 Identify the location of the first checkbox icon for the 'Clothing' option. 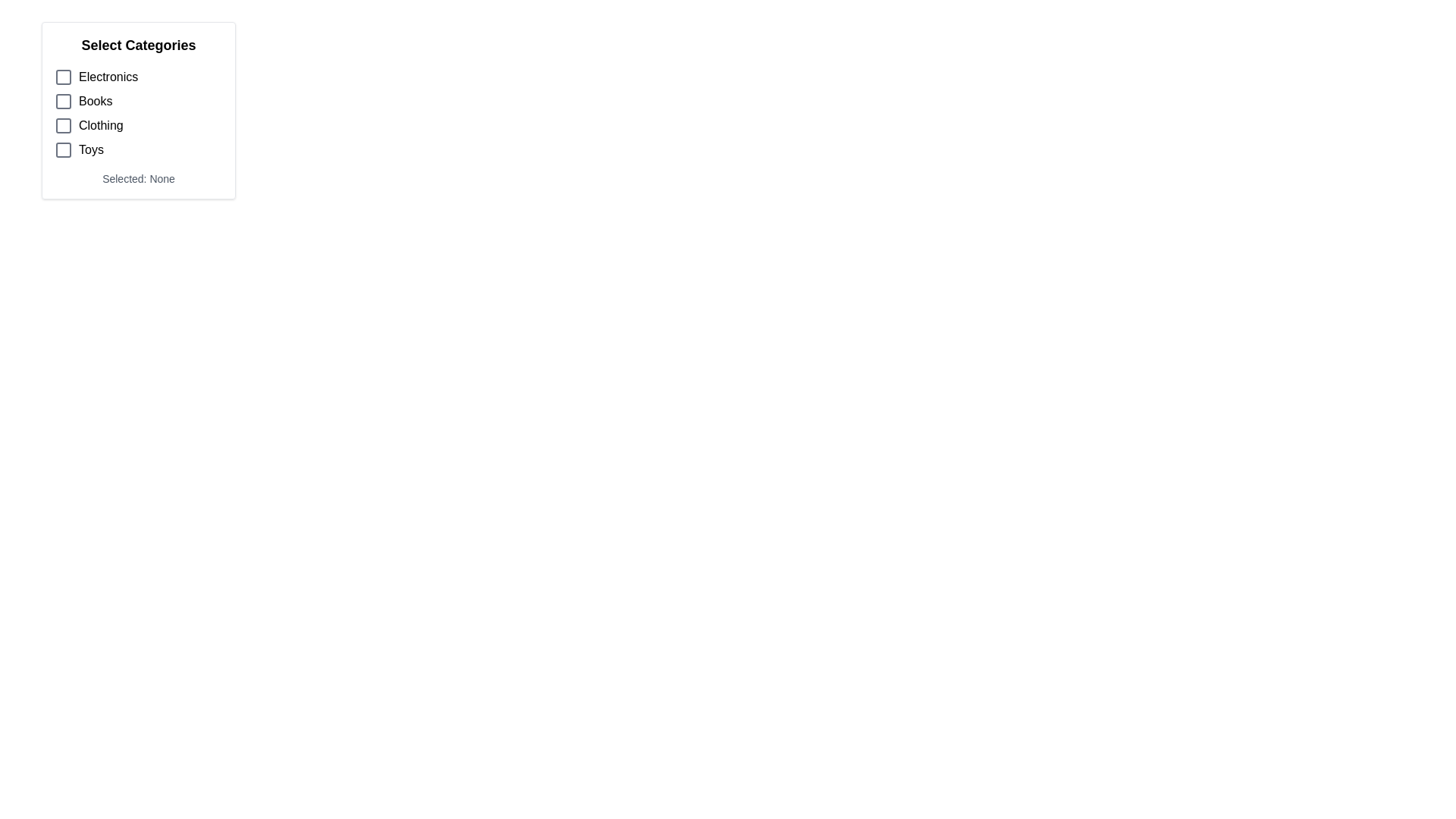
(62, 124).